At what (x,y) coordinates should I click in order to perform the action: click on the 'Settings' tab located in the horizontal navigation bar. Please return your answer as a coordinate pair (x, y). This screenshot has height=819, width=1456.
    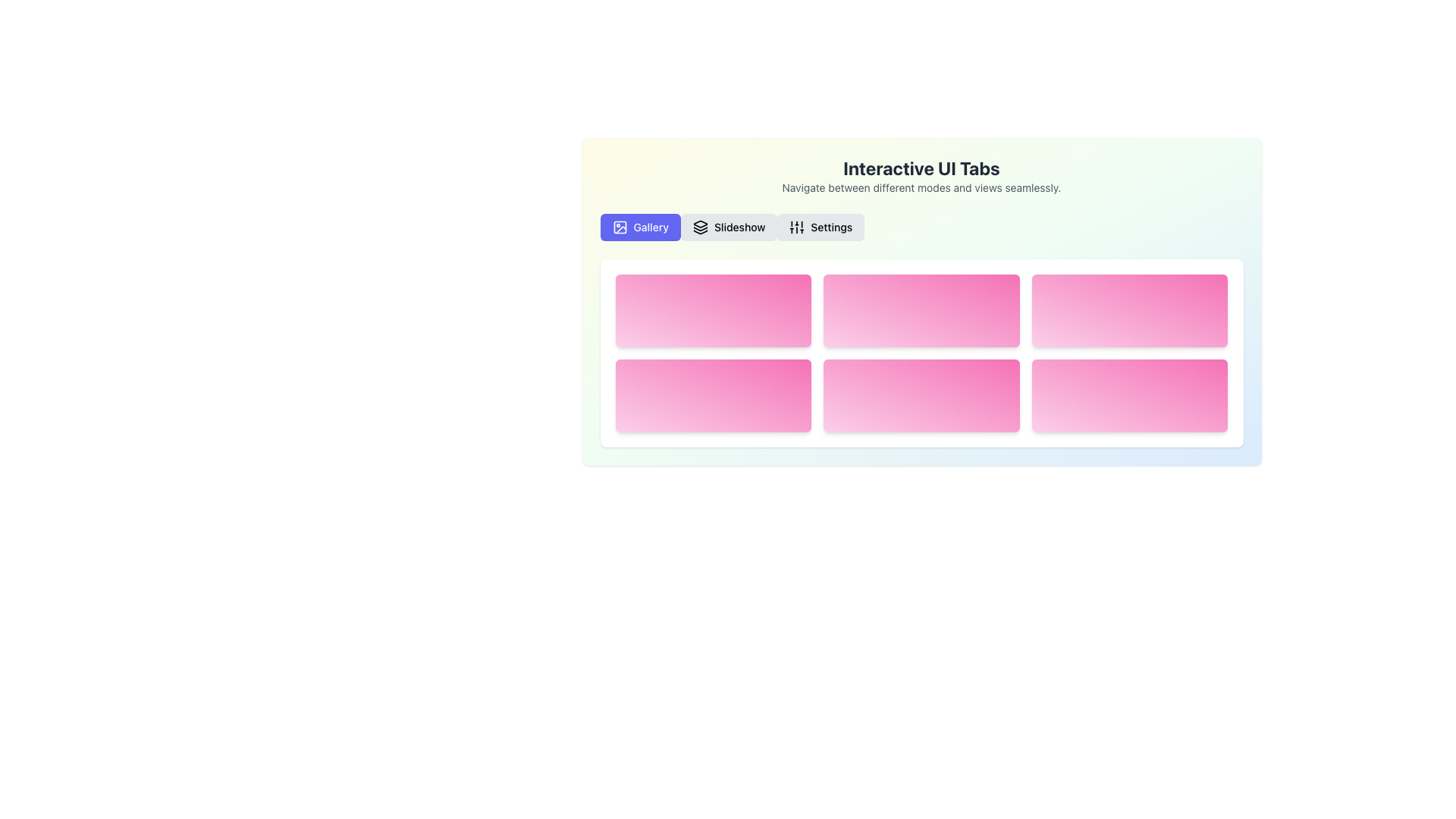
    Looking at the image, I should click on (820, 227).